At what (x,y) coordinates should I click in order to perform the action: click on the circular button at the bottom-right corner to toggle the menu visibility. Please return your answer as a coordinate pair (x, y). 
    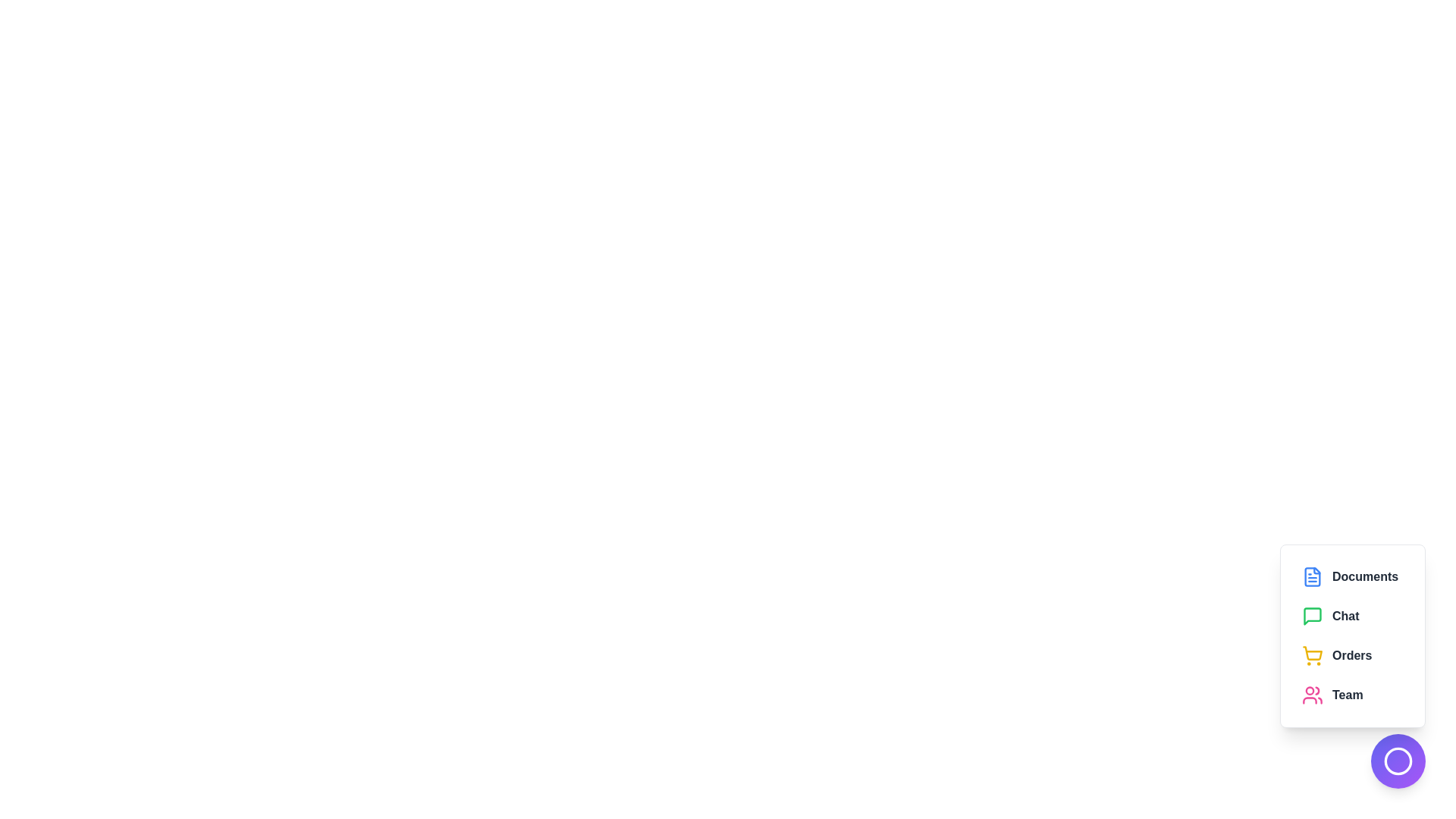
    Looking at the image, I should click on (1397, 761).